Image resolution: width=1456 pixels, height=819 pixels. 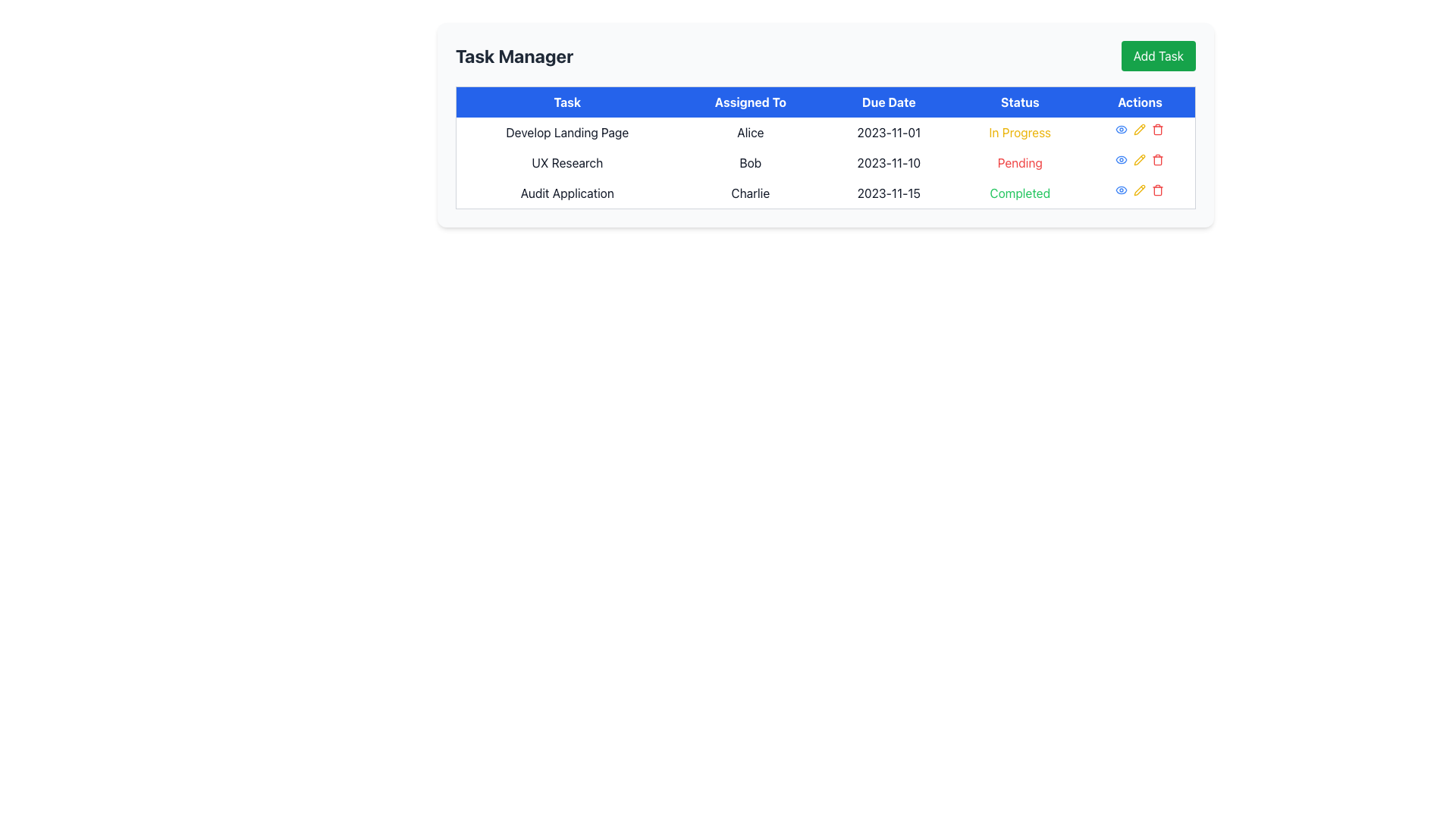 I want to click on text label identifying the assignment name 'Charlie' located in the 'Assigned To' column, third row of the table, so click(x=750, y=193).